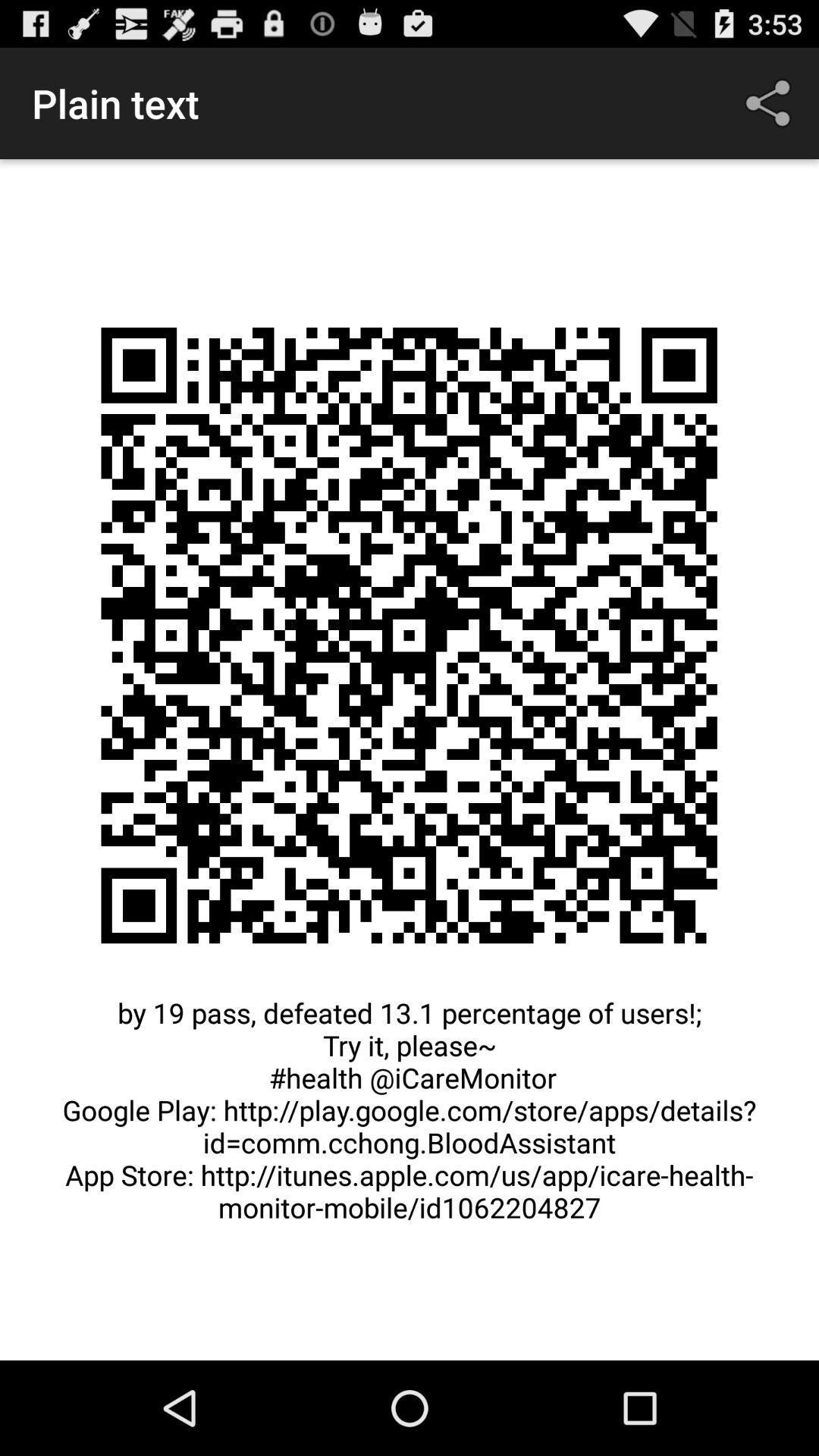  Describe the element at coordinates (409, 1118) in the screenshot. I see `item at the bottom` at that location.